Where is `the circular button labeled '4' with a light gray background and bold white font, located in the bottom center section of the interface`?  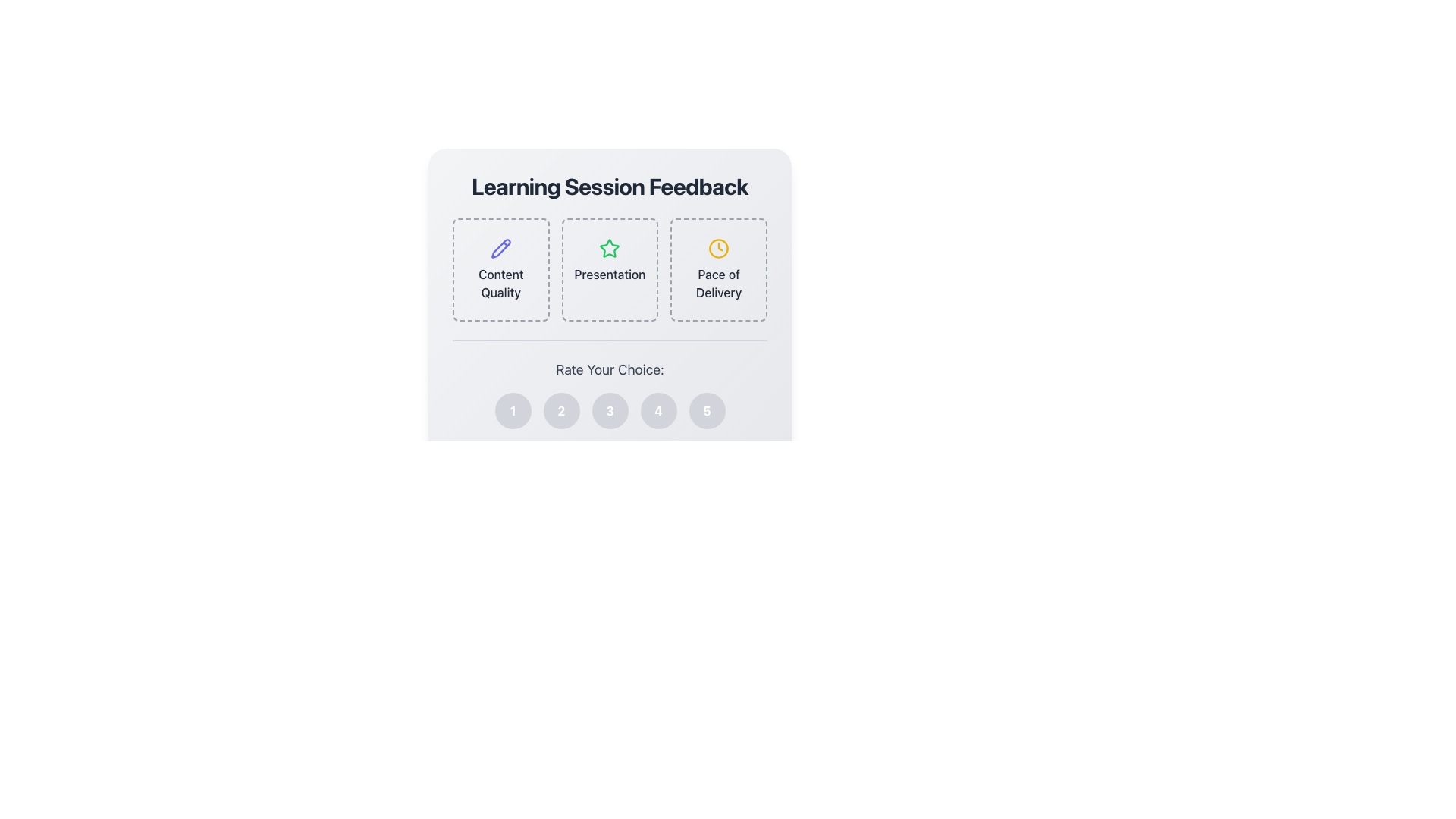
the circular button labeled '4' with a light gray background and bold white font, located in the bottom center section of the interface is located at coordinates (658, 411).